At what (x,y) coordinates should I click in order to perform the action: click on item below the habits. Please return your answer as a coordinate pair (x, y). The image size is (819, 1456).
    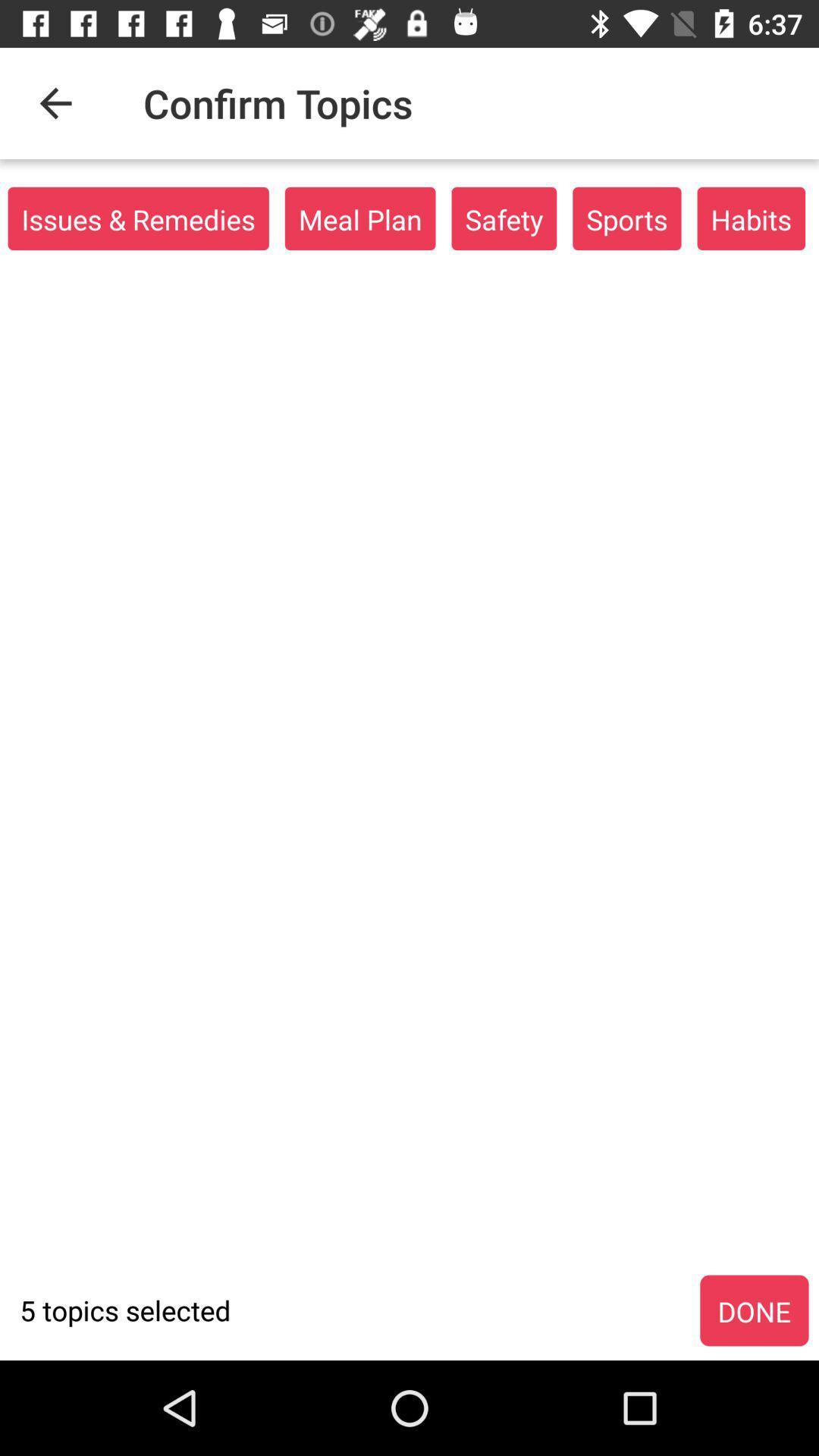
    Looking at the image, I should click on (754, 1310).